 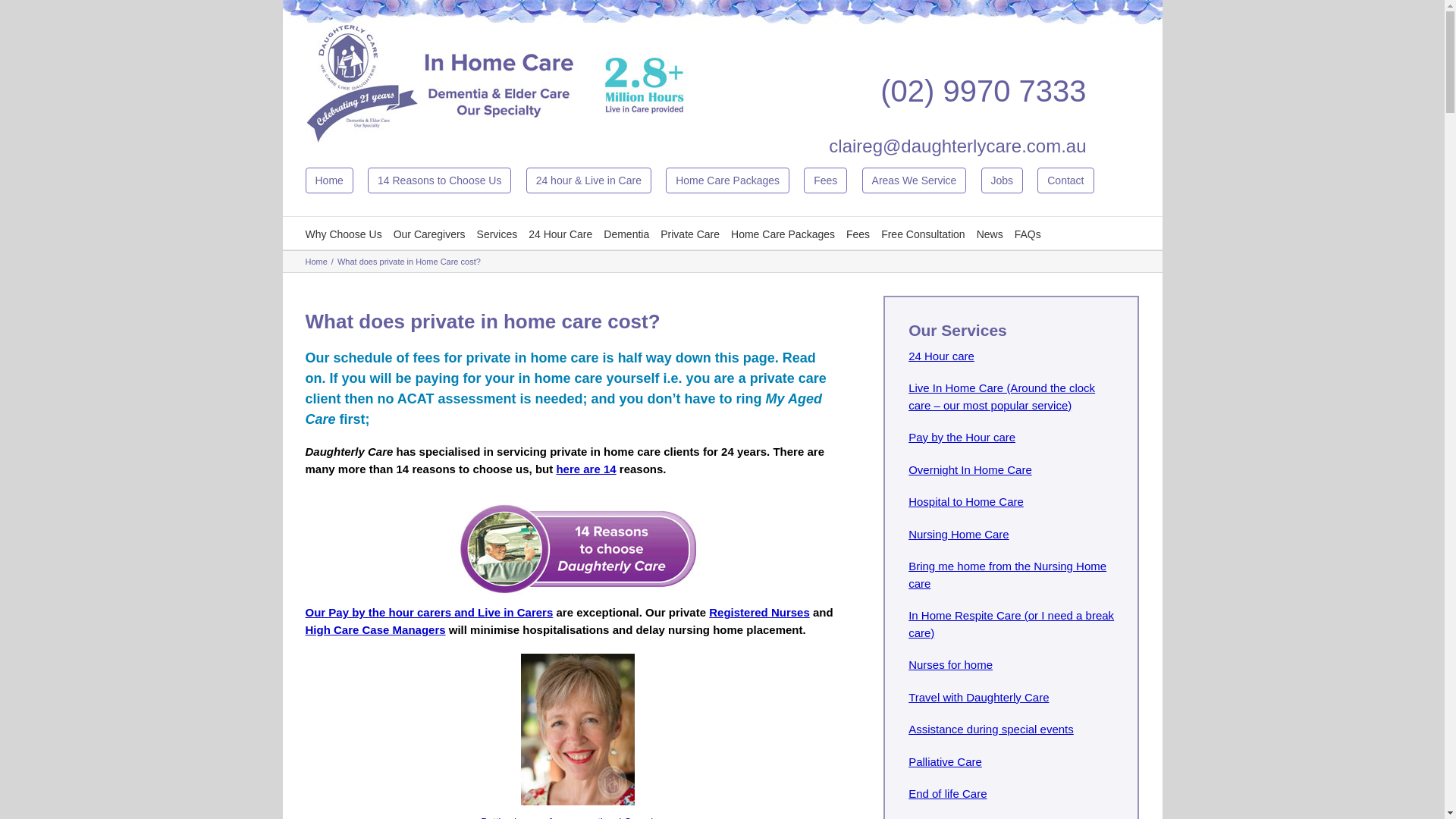 I want to click on 'FAQs', so click(x=1028, y=233).